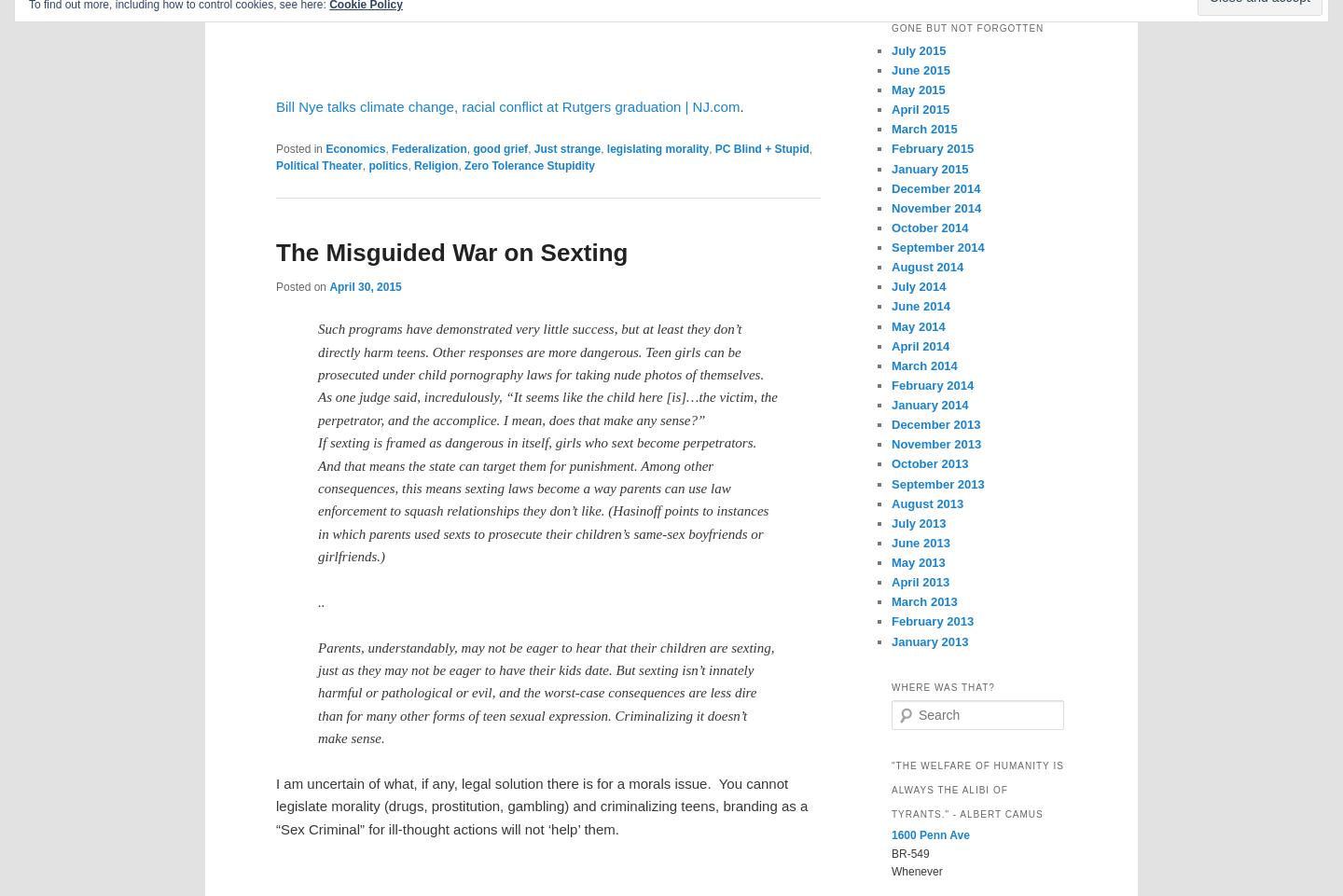  Describe the element at coordinates (741, 104) in the screenshot. I see `'.'` at that location.